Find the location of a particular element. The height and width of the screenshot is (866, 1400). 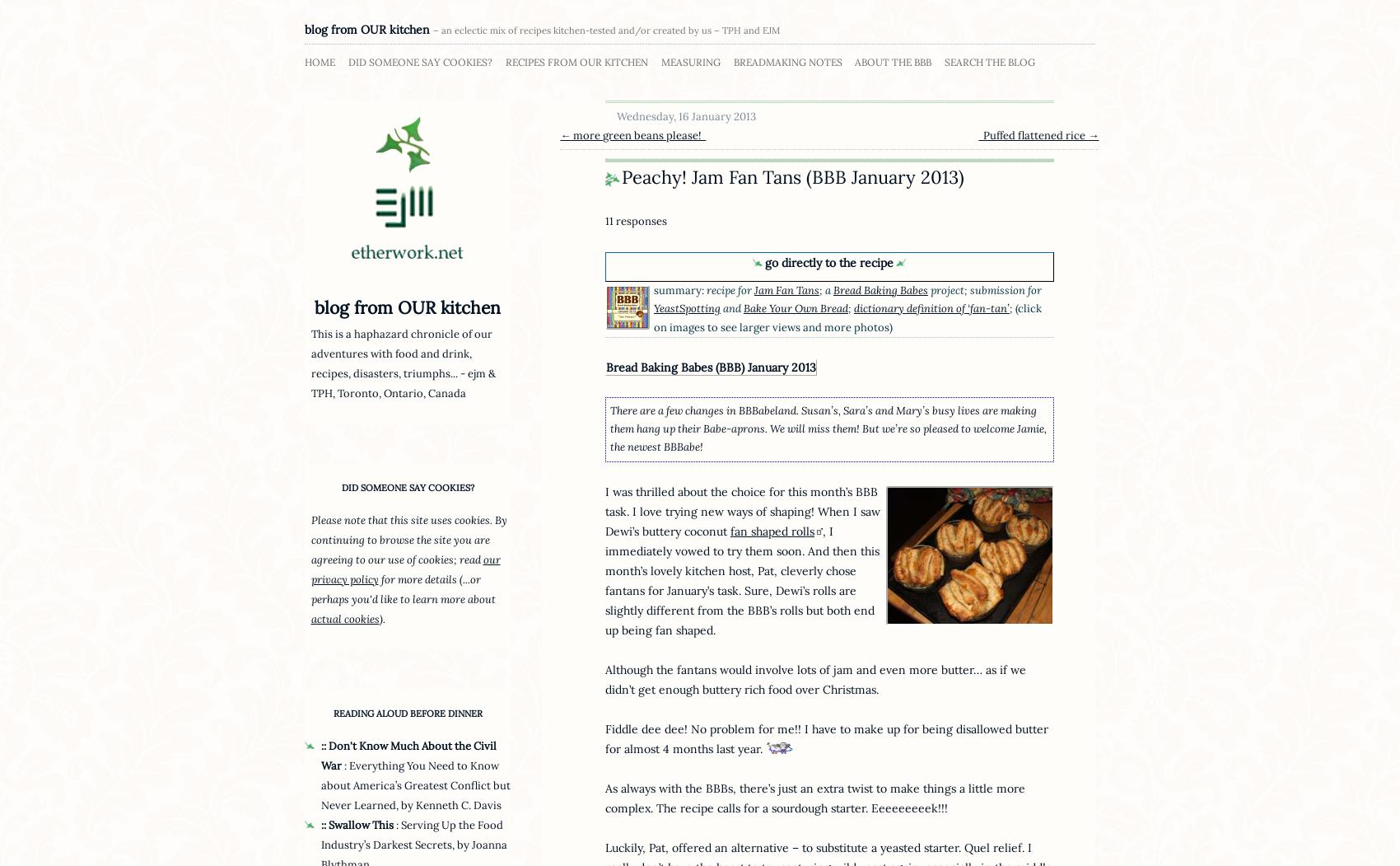

':: Don't Know Much About the Civil War' is located at coordinates (408, 756).